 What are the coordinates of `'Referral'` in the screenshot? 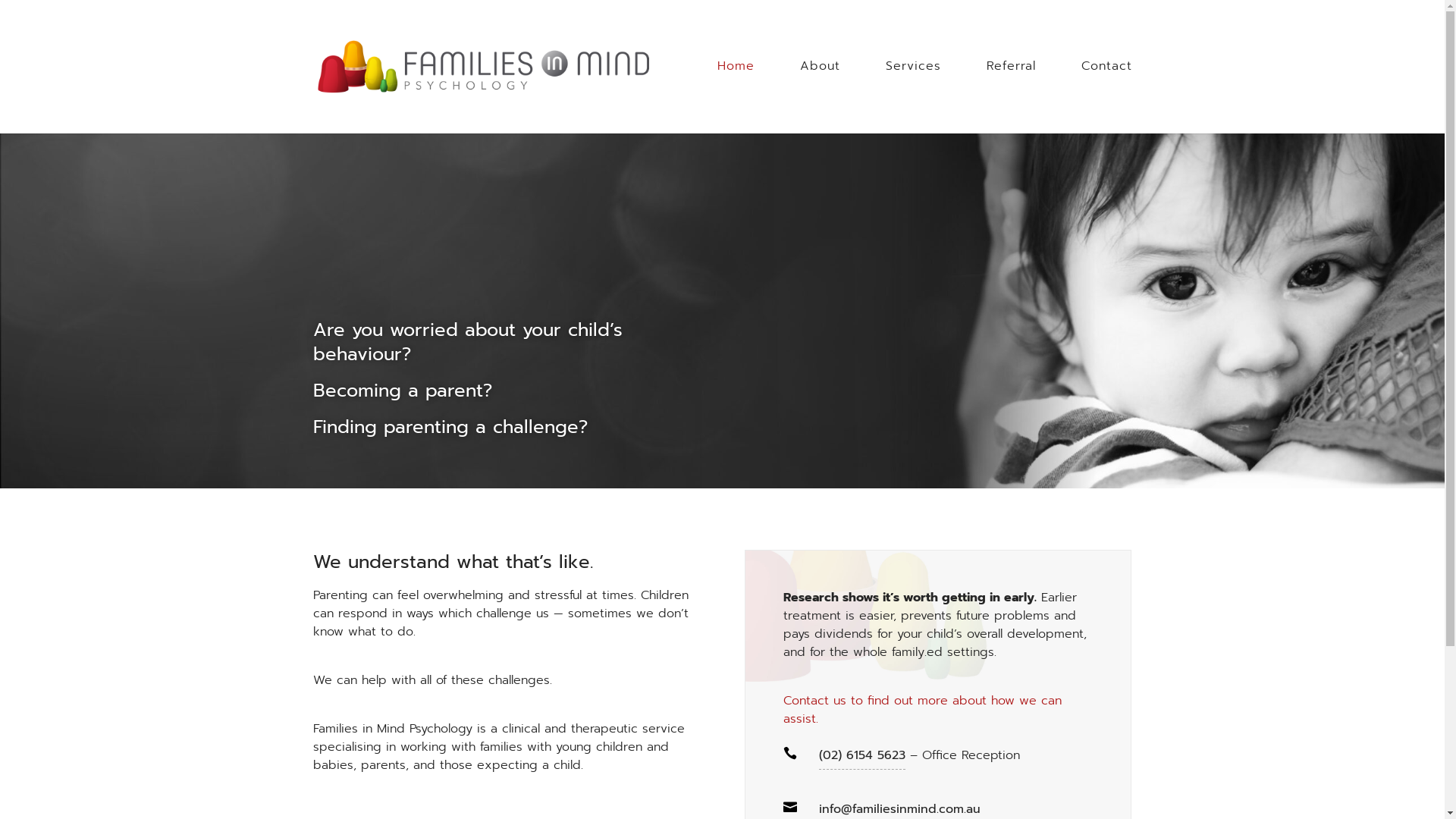 It's located at (1010, 84).